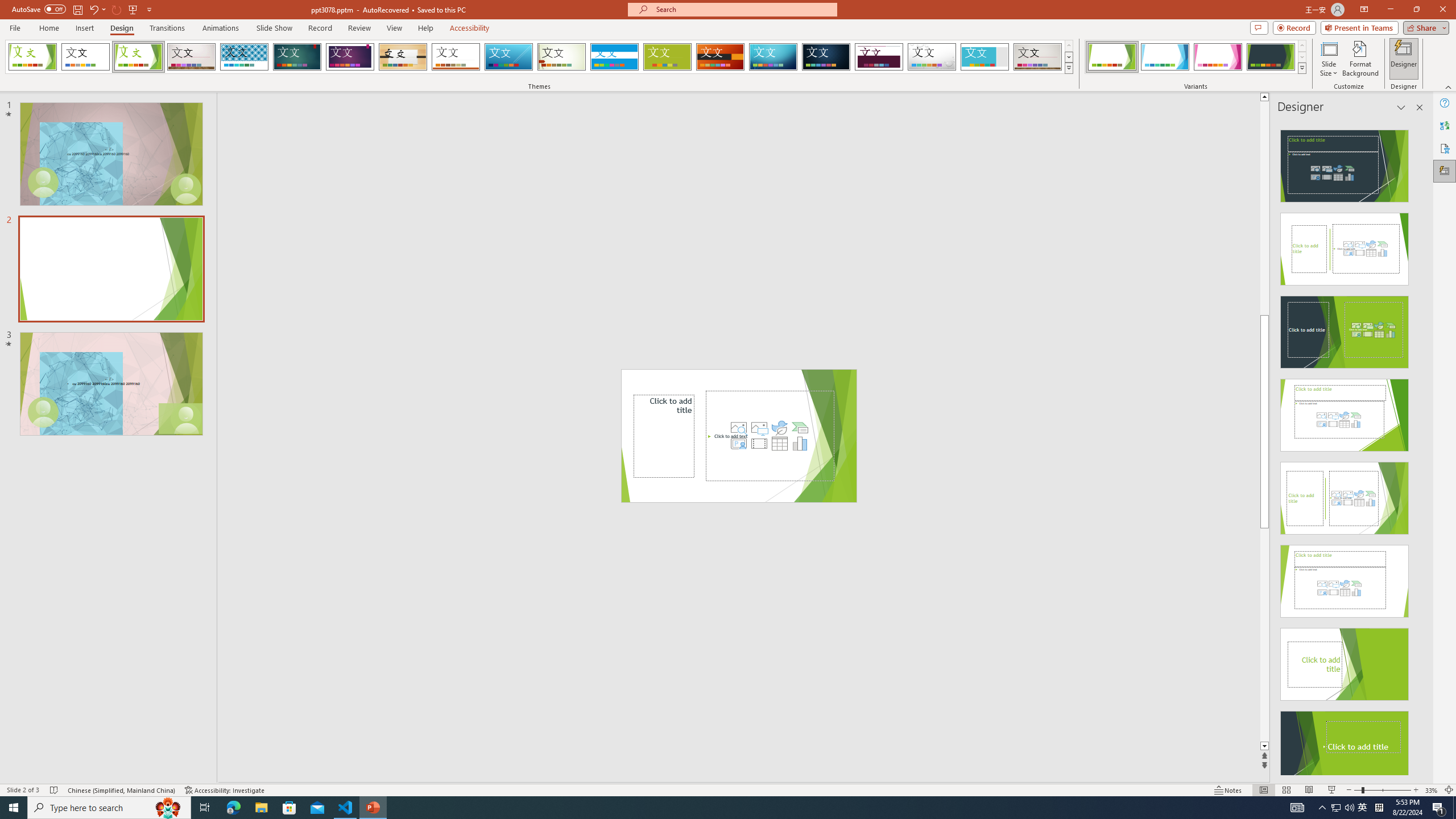 The height and width of the screenshot is (819, 1456). Describe the element at coordinates (85, 56) in the screenshot. I see `'Office Theme'` at that location.